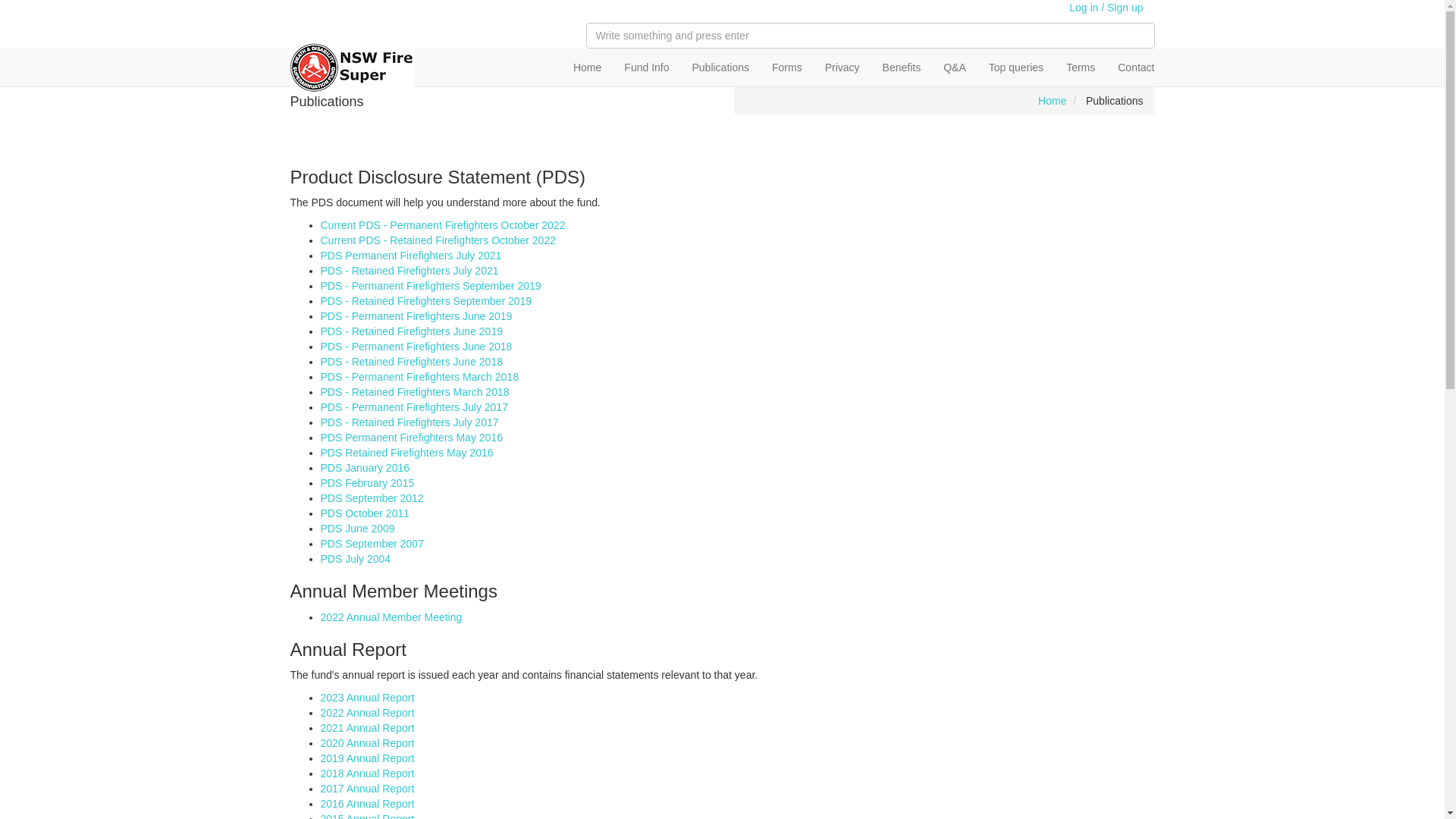  What do you see at coordinates (1135, 66) in the screenshot?
I see `'Contact'` at bounding box center [1135, 66].